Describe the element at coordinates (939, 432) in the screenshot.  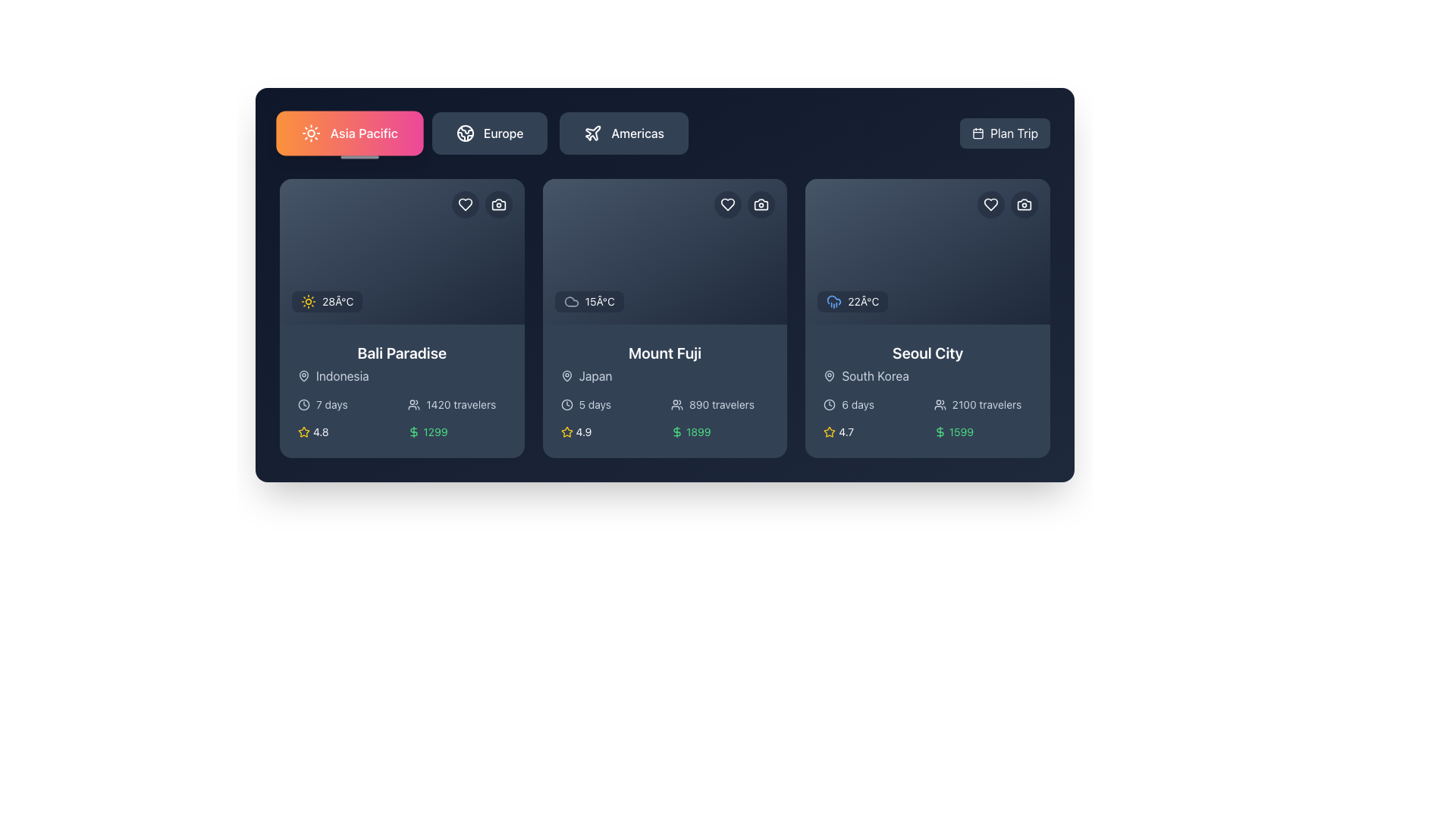
I see `the bright green dollar sign icon located to the left of the numeric text '1599' within the lower section of the 'Seoul City' card` at that location.